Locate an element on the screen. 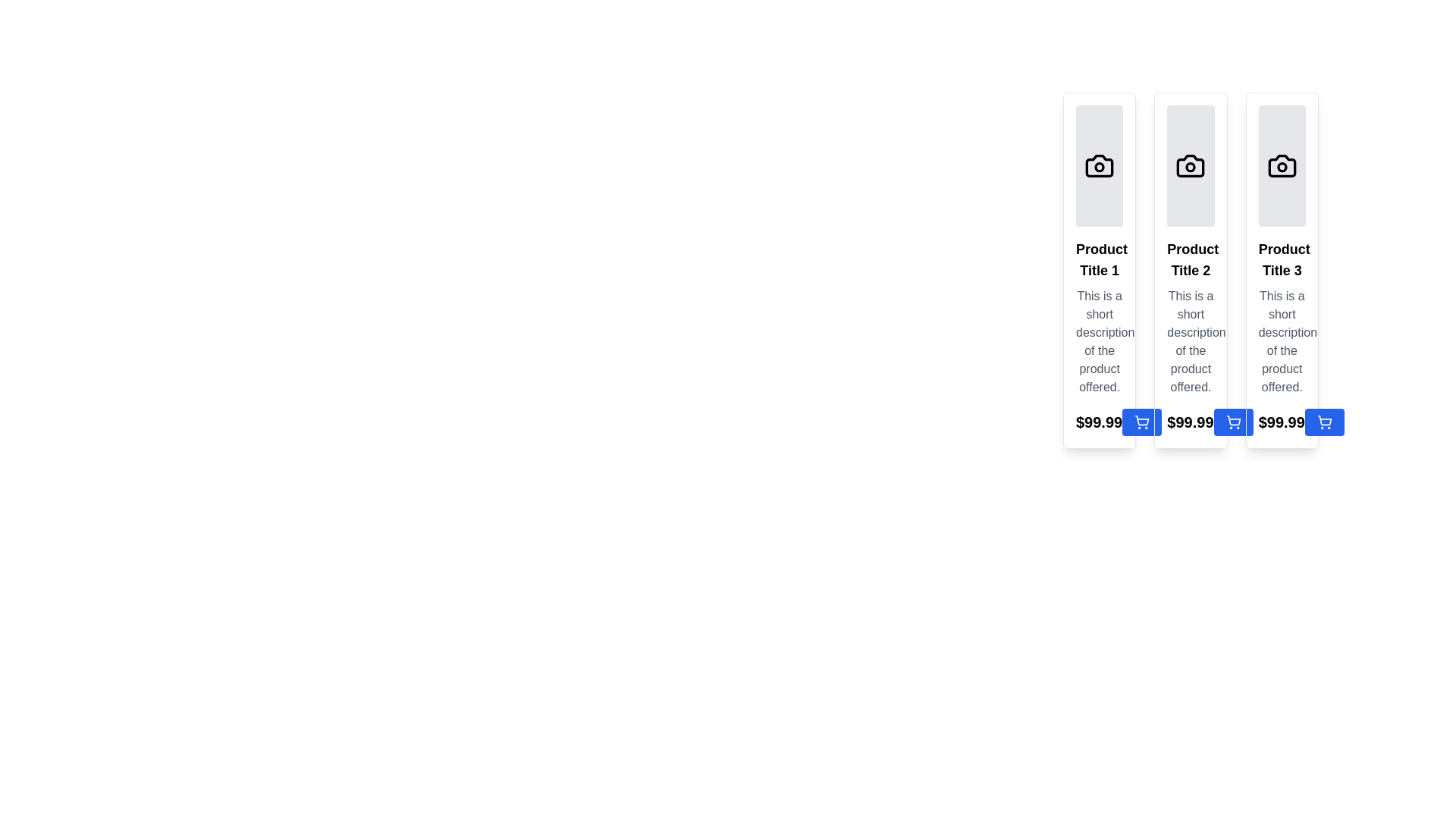 This screenshot has height=819, width=1456. the text label displaying '$99.99' in bold, located in the second product card at the bottom left of the card is located at coordinates (1189, 422).